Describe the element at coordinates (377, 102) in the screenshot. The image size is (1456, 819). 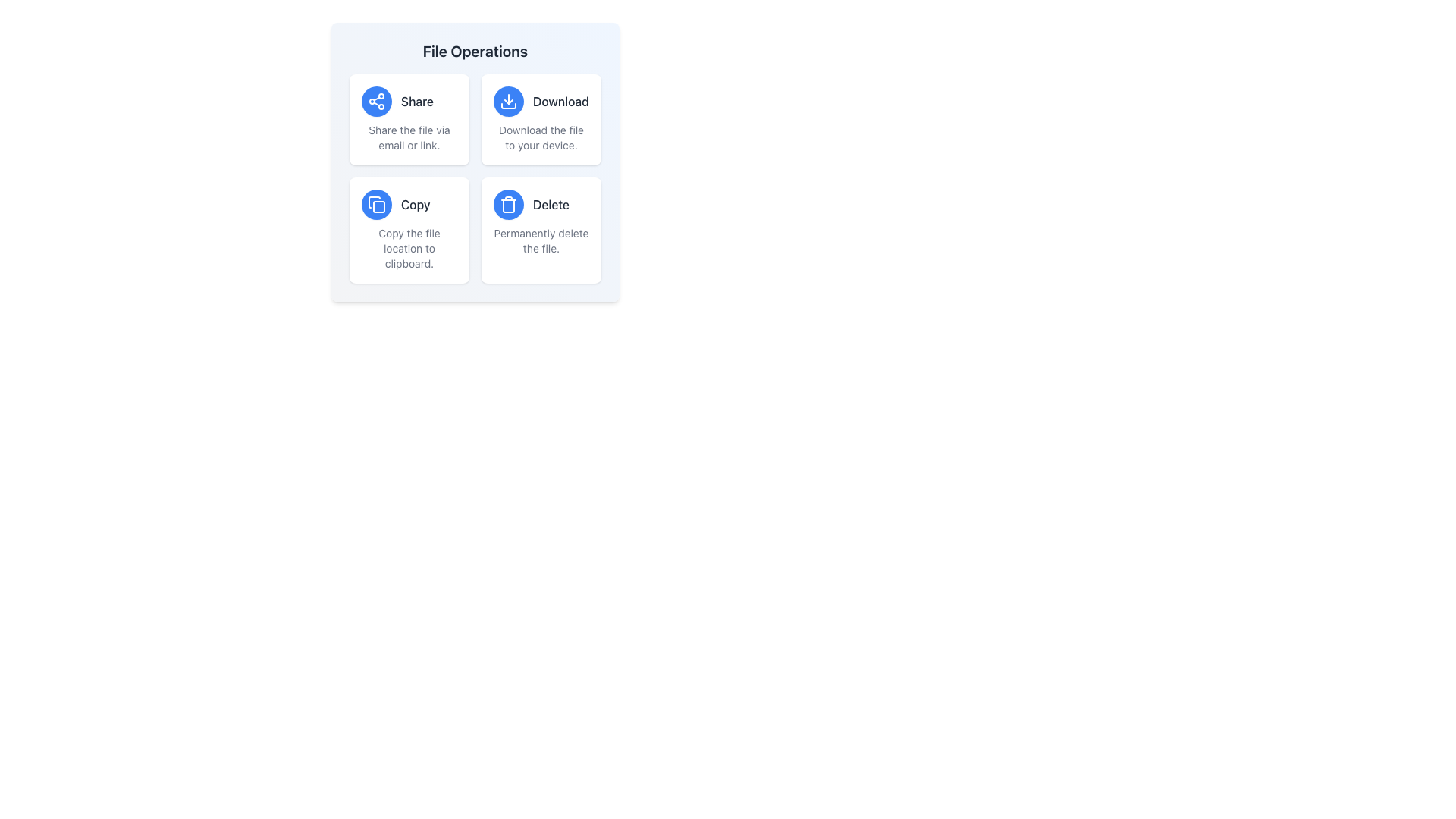
I see `the circular share icon button located at the top-left corner of the action buttons grid under the 'File Operations' header` at that location.